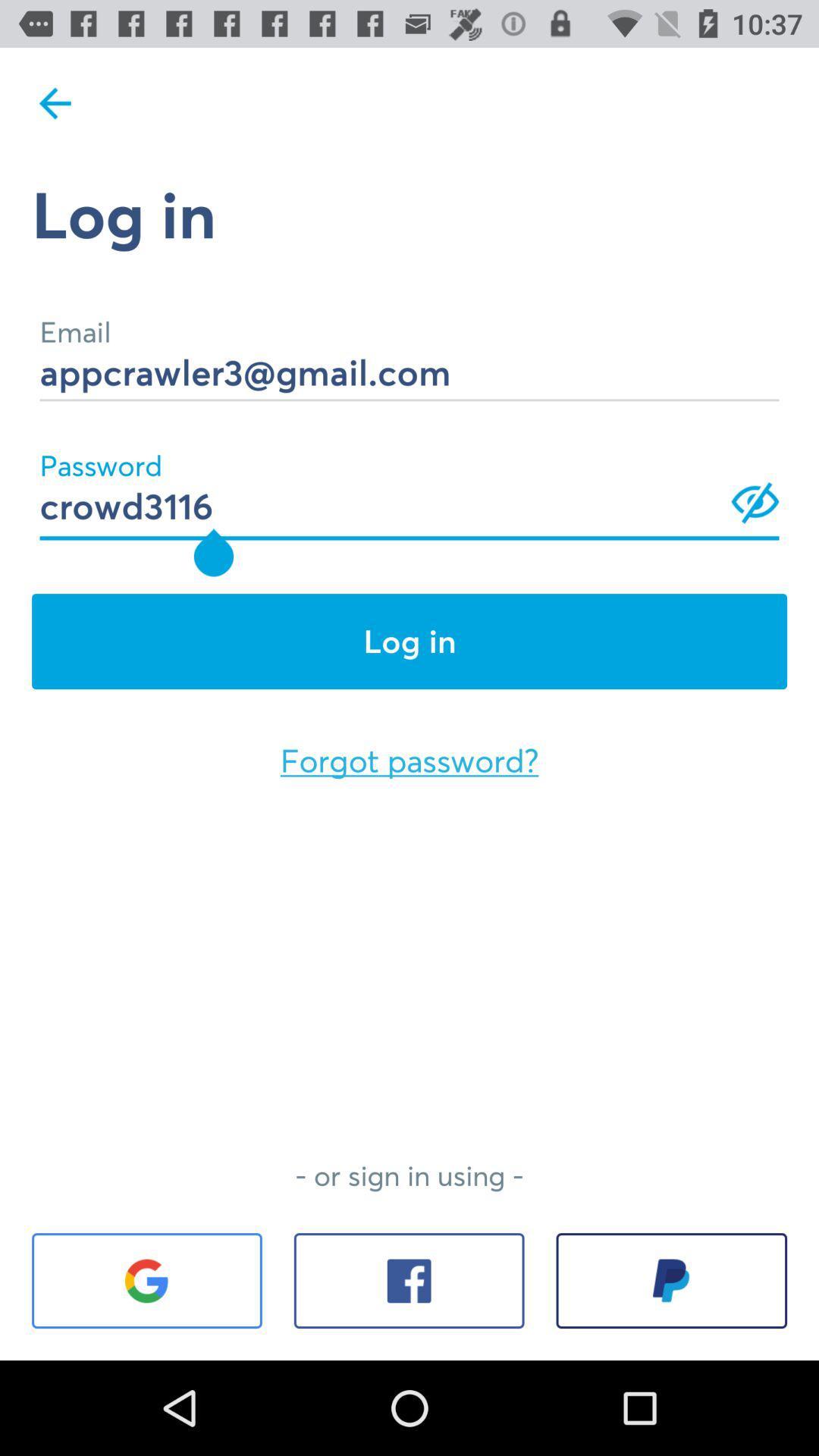 The image size is (819, 1456). Describe the element at coordinates (409, 350) in the screenshot. I see `item below the log in icon` at that location.